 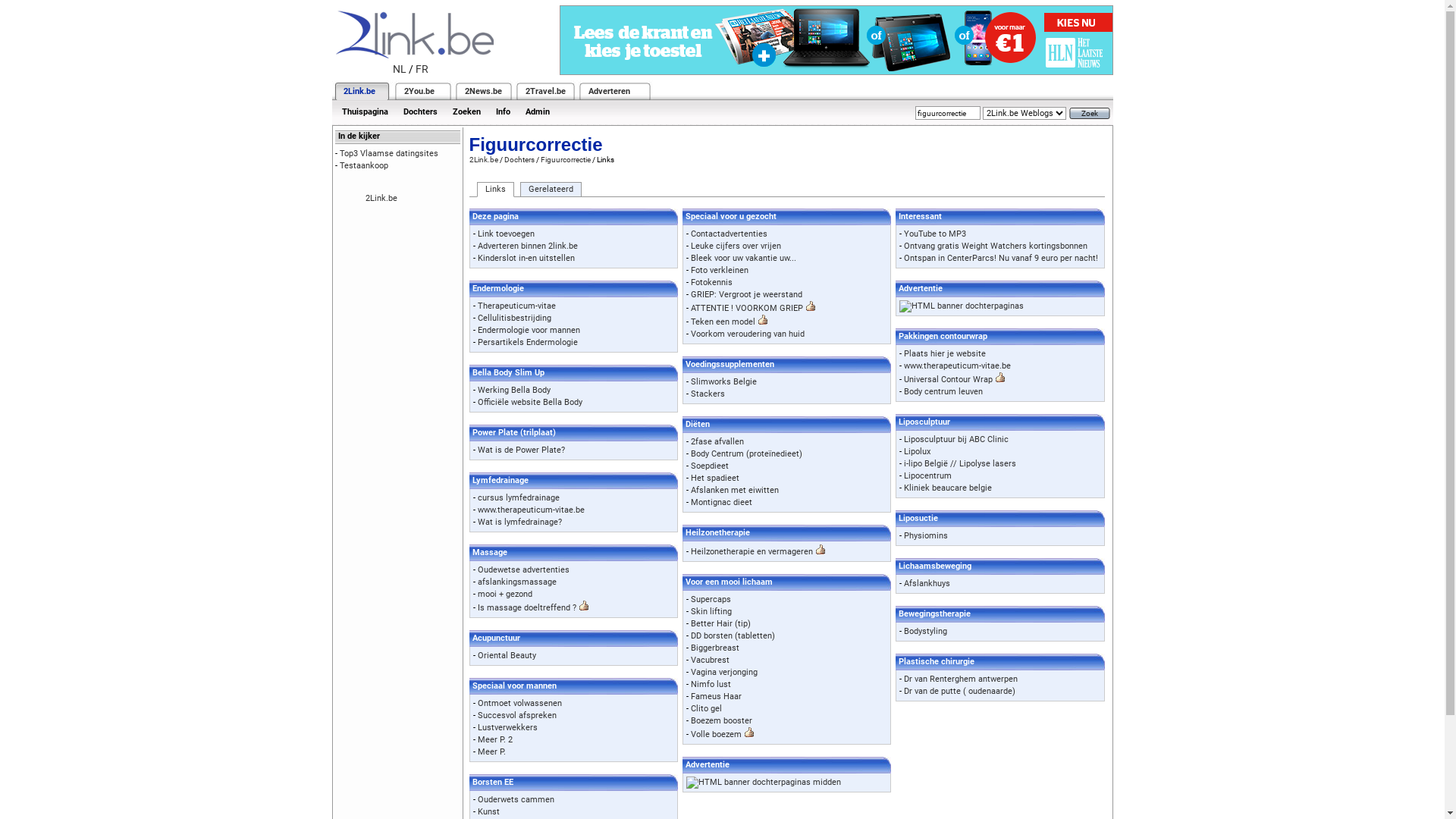 I want to click on '2fase afvallen', so click(x=716, y=441).